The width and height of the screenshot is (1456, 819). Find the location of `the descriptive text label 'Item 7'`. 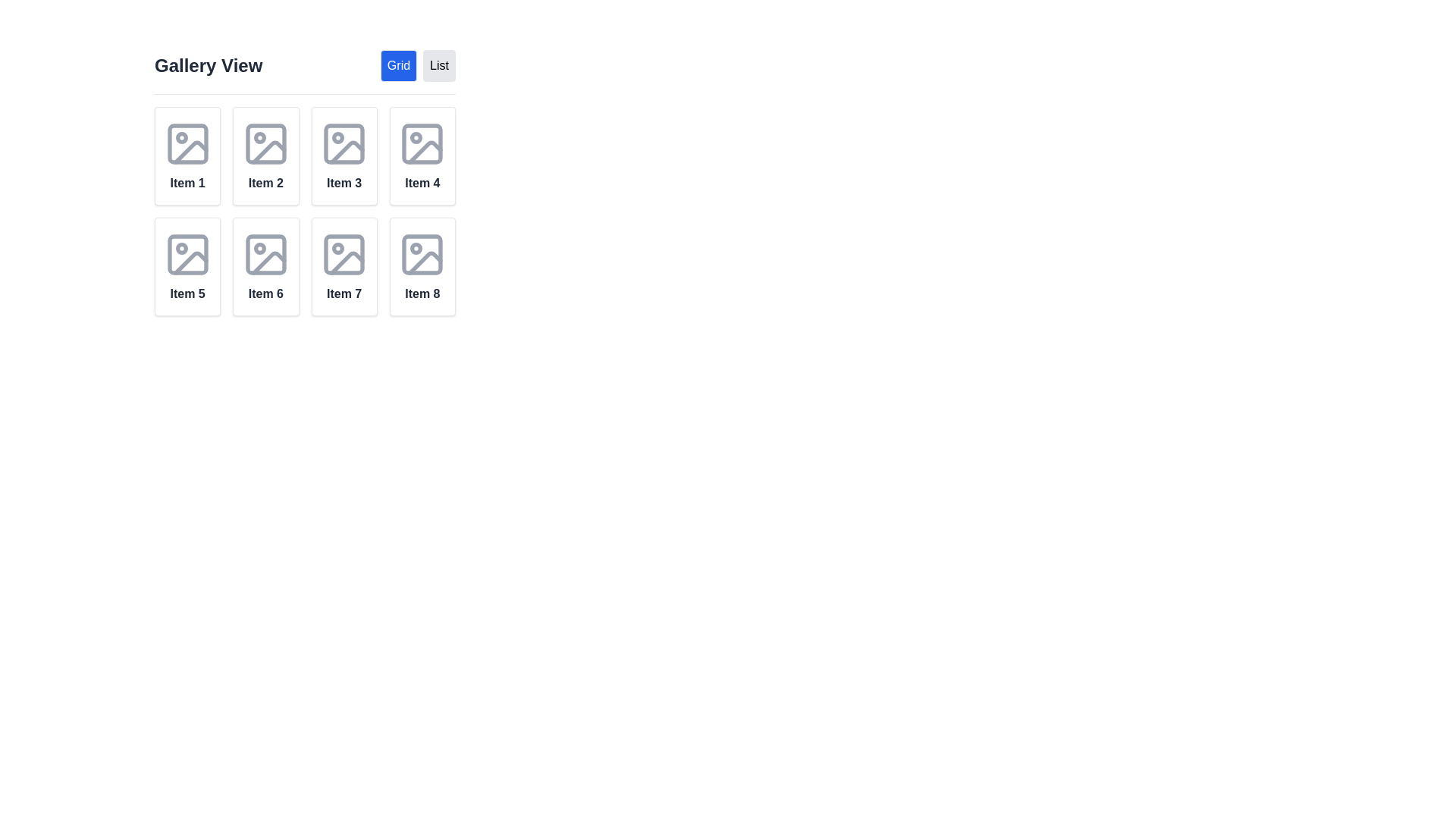

the descriptive text label 'Item 7' is located at coordinates (344, 294).